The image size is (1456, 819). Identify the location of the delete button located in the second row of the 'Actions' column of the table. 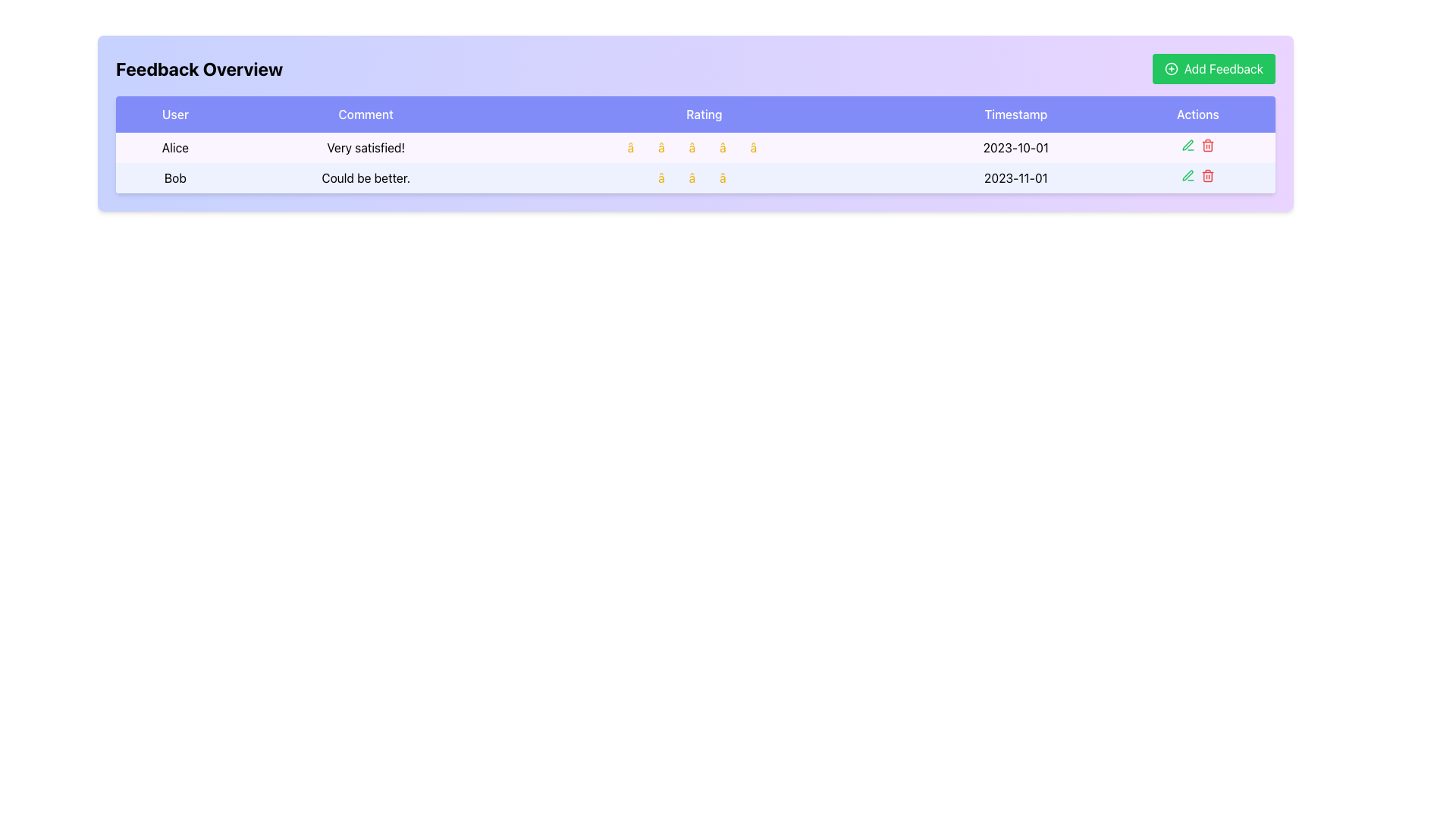
(1207, 174).